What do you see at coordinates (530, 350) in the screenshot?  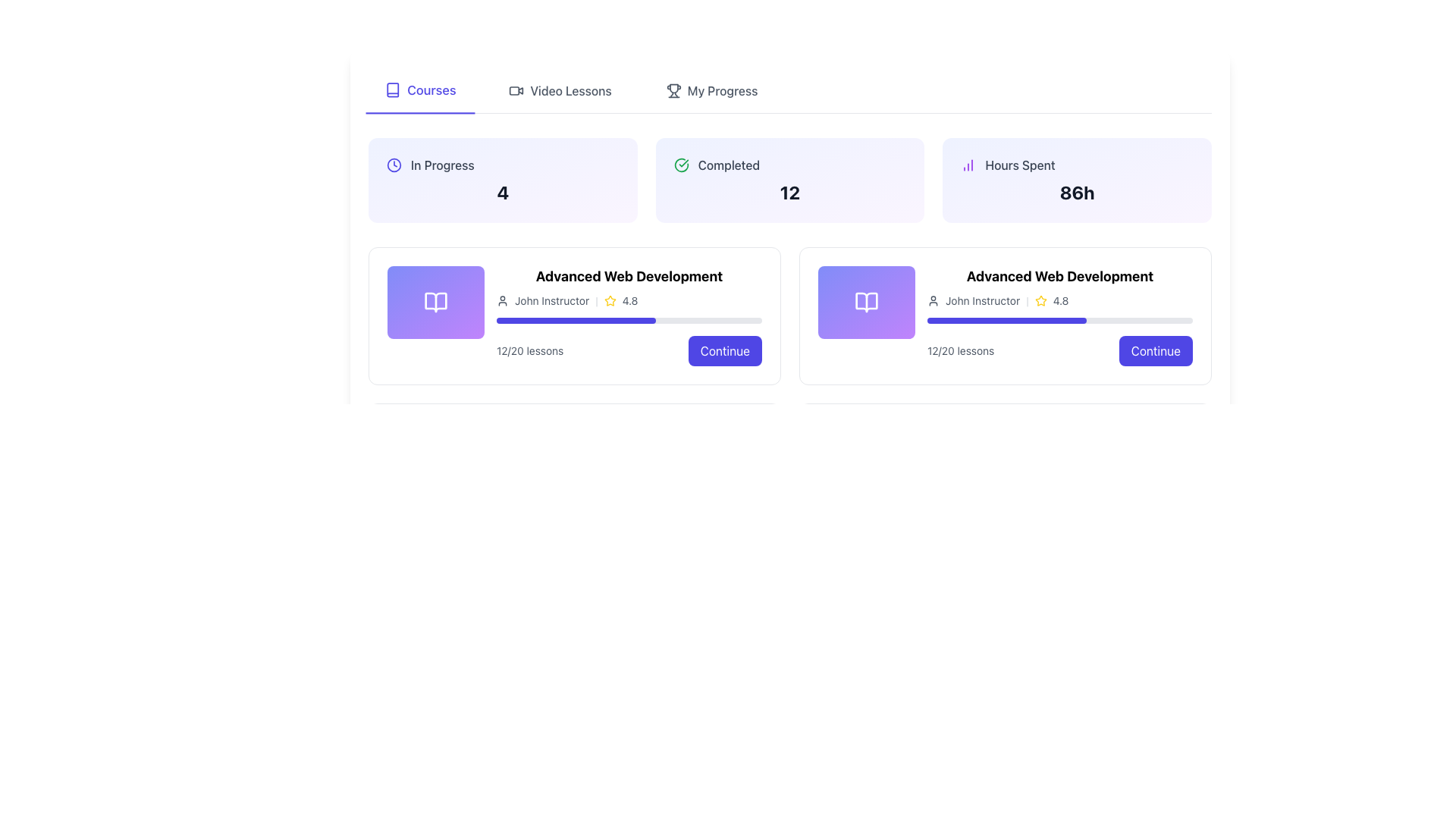 I see `the text display element that shows '12/20 lessons', which is styled in a small, gray sans-serif font, located below the course title in the 'Advanced Web Development' section` at bounding box center [530, 350].